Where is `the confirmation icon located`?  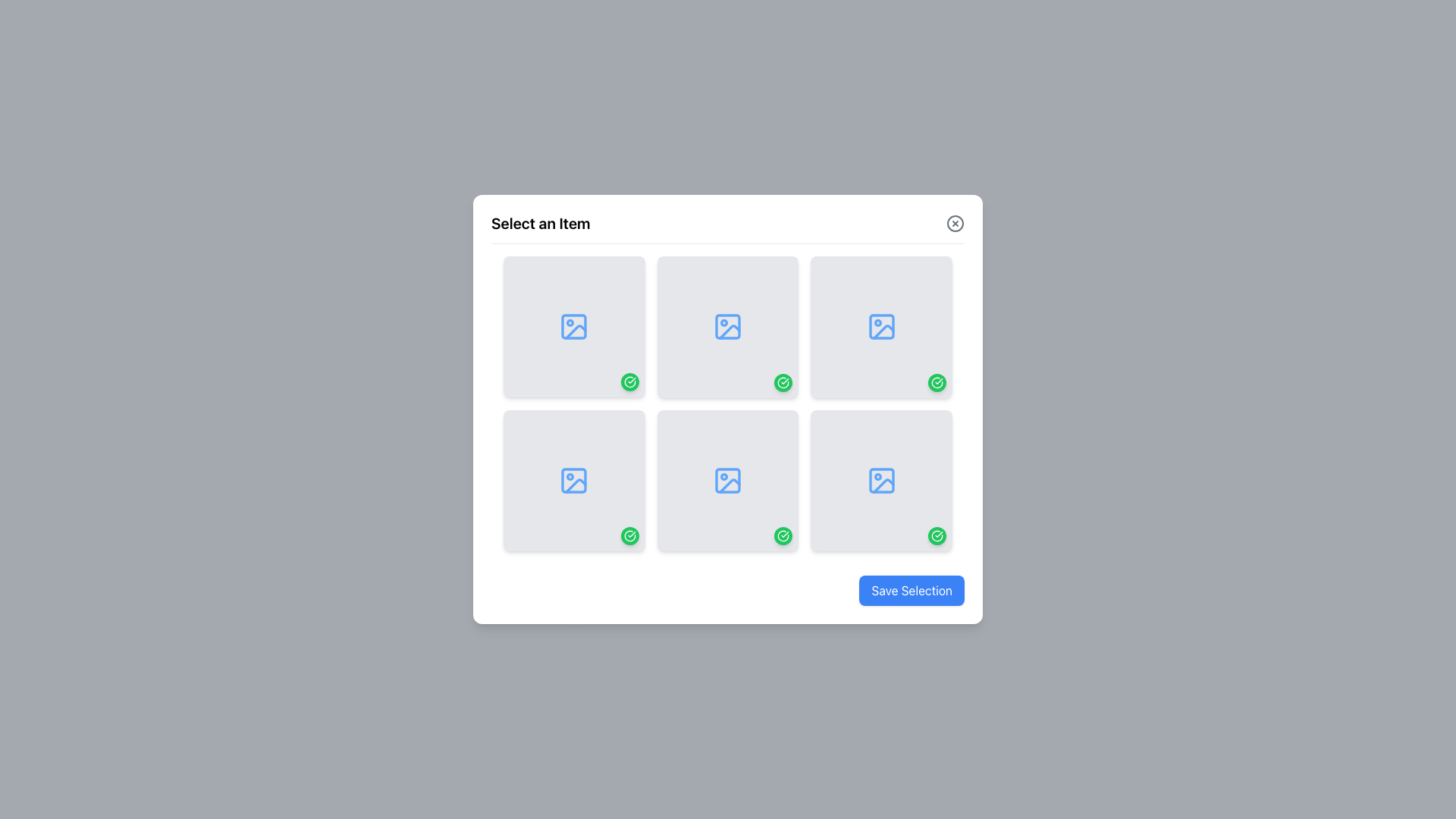
the confirmation icon located is located at coordinates (629, 535).